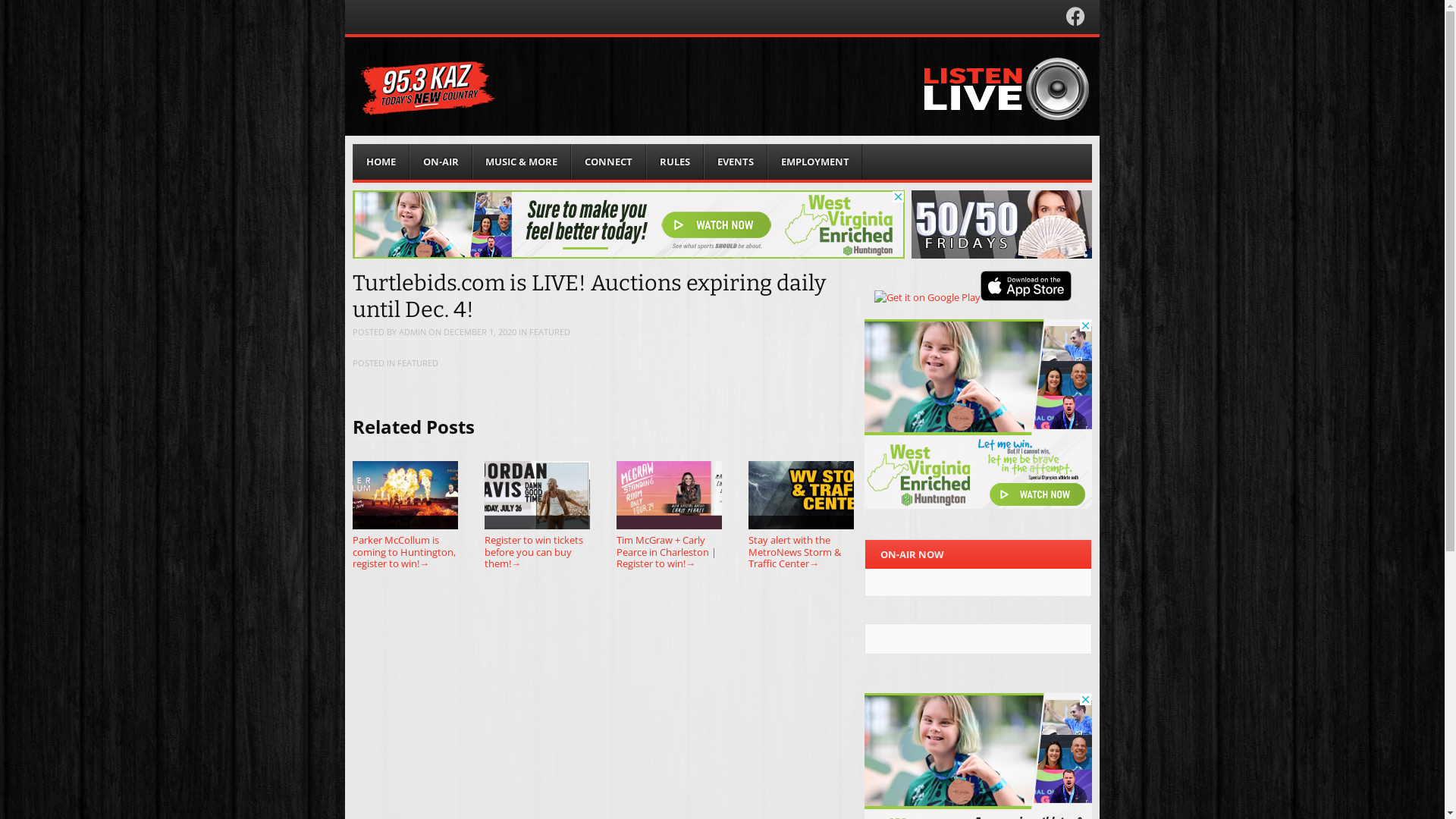 This screenshot has width=1456, height=819. What do you see at coordinates (352, 162) in the screenshot?
I see `'HOME'` at bounding box center [352, 162].